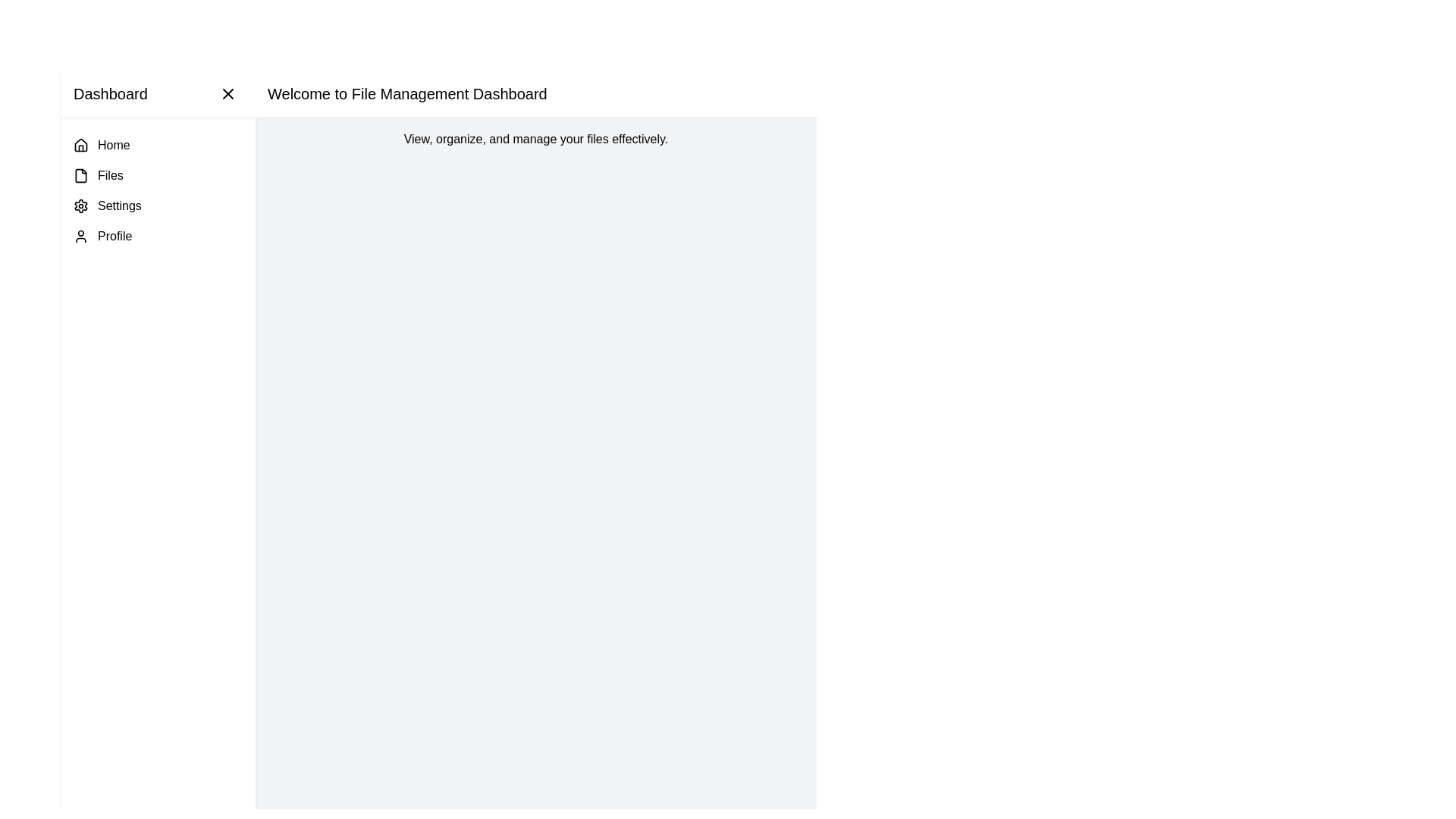  Describe the element at coordinates (535, 93) in the screenshot. I see `the Text Display Block with the title 'Welcome to File Management Dashboard', which is a prominent header section located near the top of the interface` at that location.